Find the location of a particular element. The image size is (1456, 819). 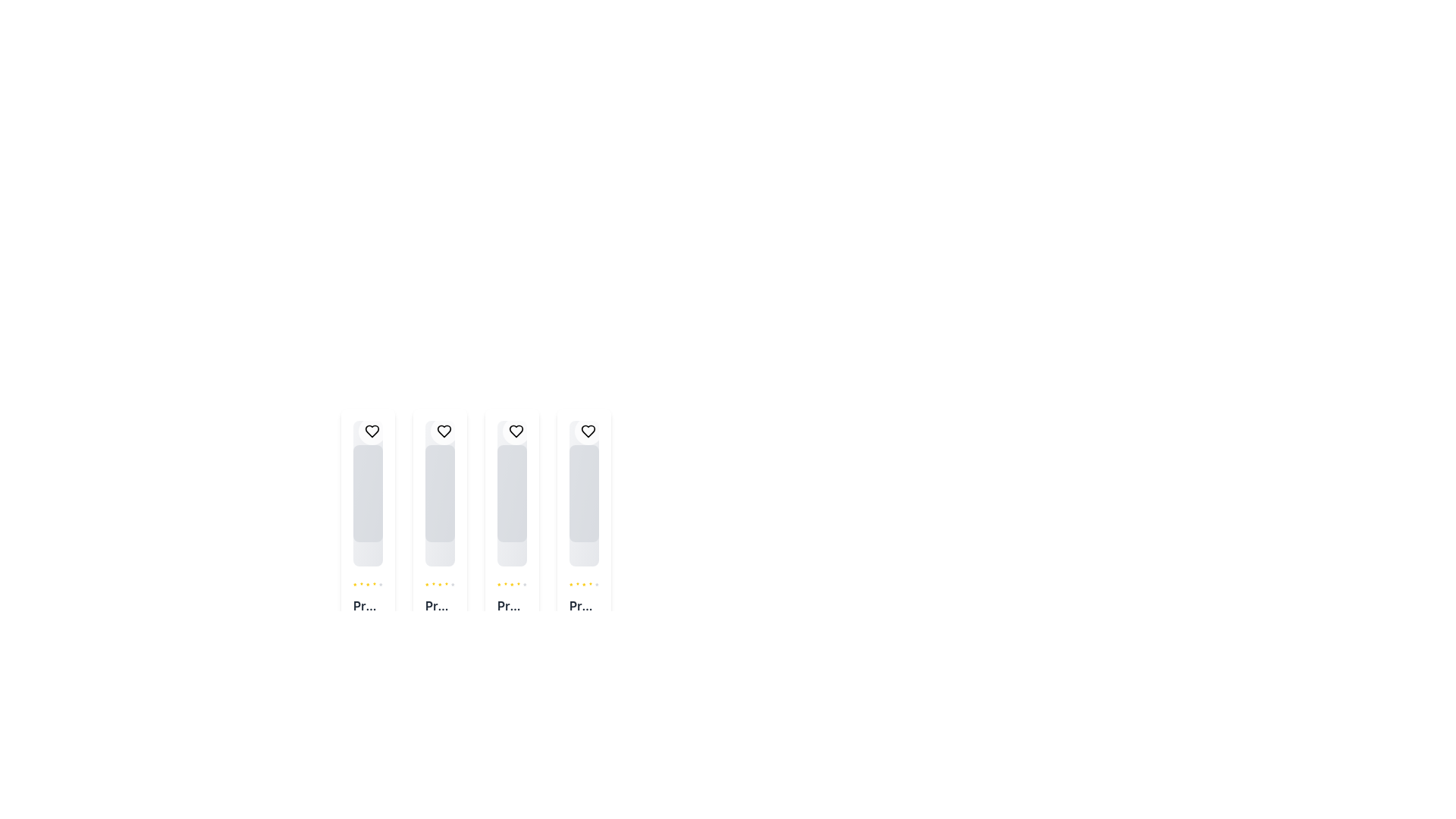

the heart-shaped icon button located is located at coordinates (443, 431).